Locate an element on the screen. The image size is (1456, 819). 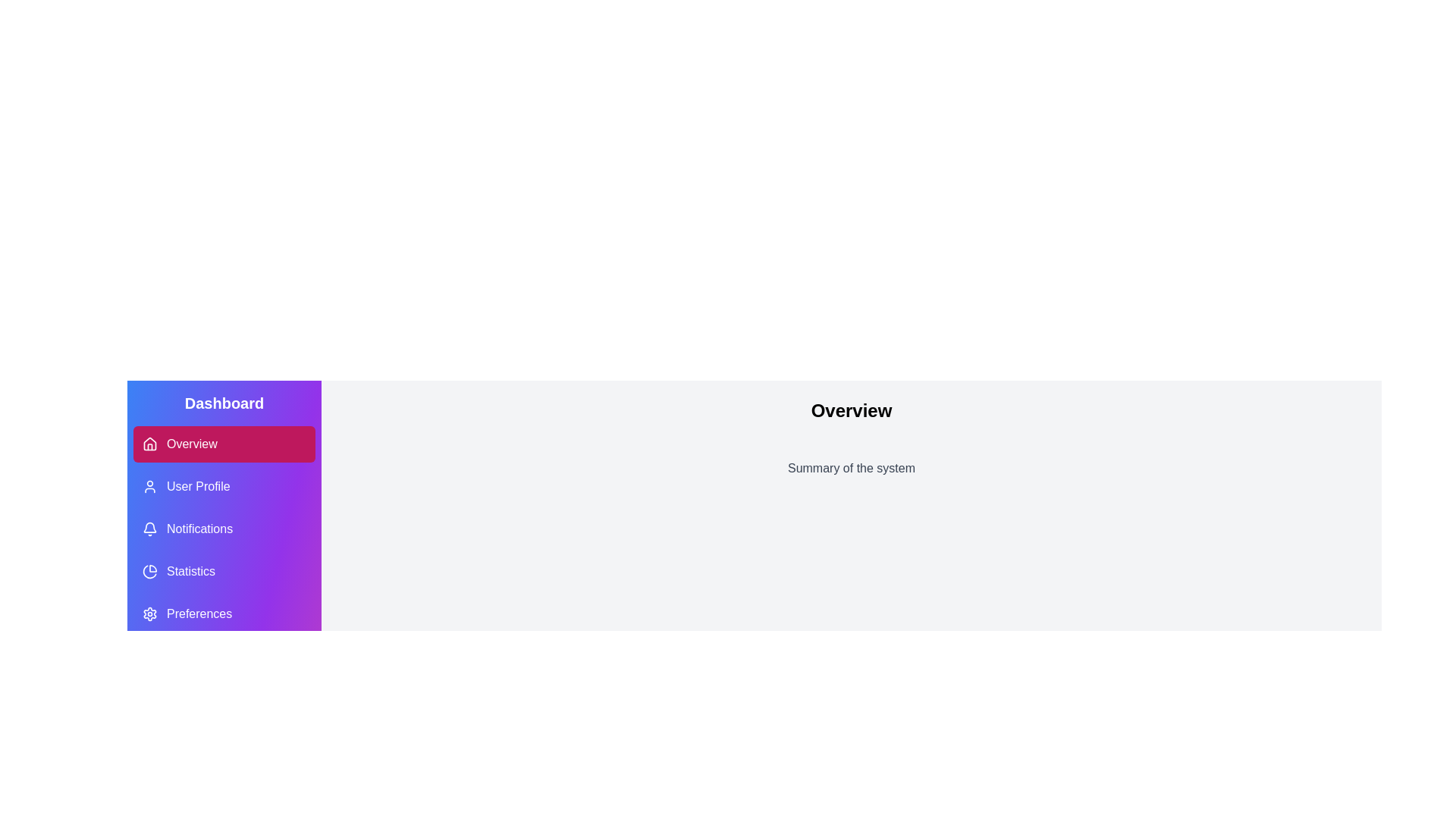
the settings icon located in the left navigation bar under the 'Preferences' label is located at coordinates (149, 614).